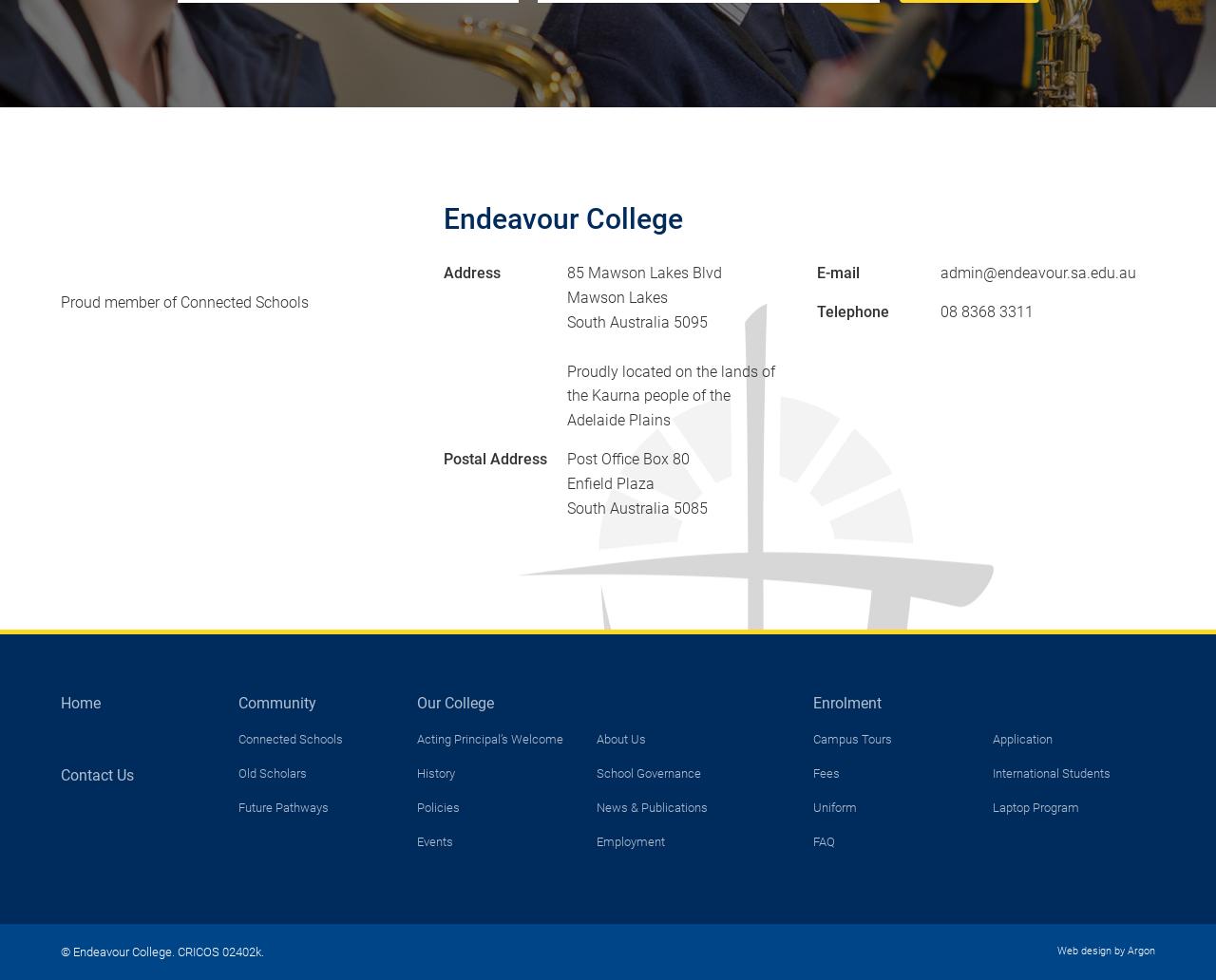 This screenshot has height=980, width=1216. I want to click on '© Endeavour College. CRICOS 02402k.', so click(162, 950).